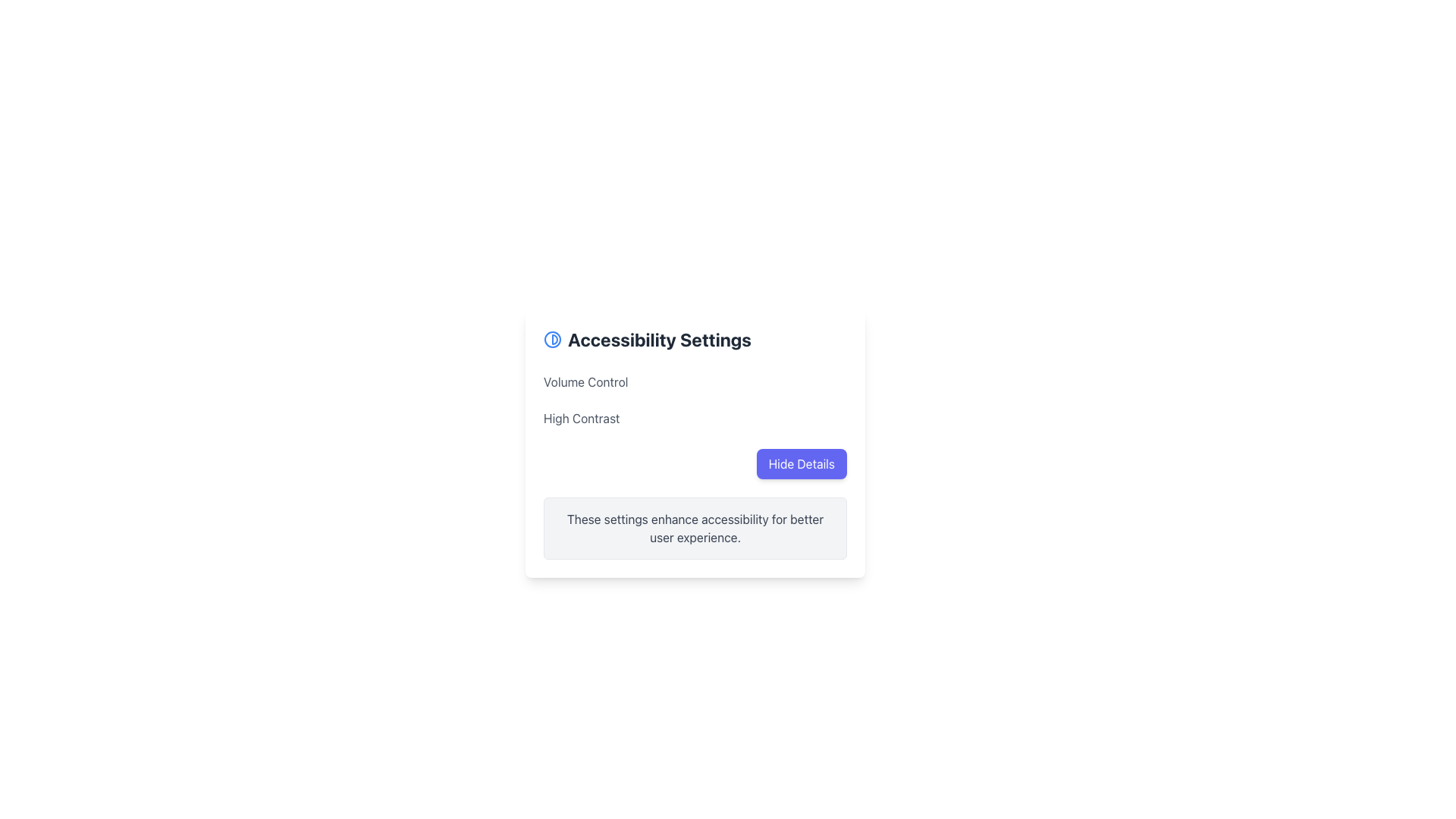 The width and height of the screenshot is (1456, 819). Describe the element at coordinates (801, 463) in the screenshot. I see `the indigo button labeled 'Hide Details' located at the bottom-right corner of the 'Accessibility Settings' card to hide the details` at that location.